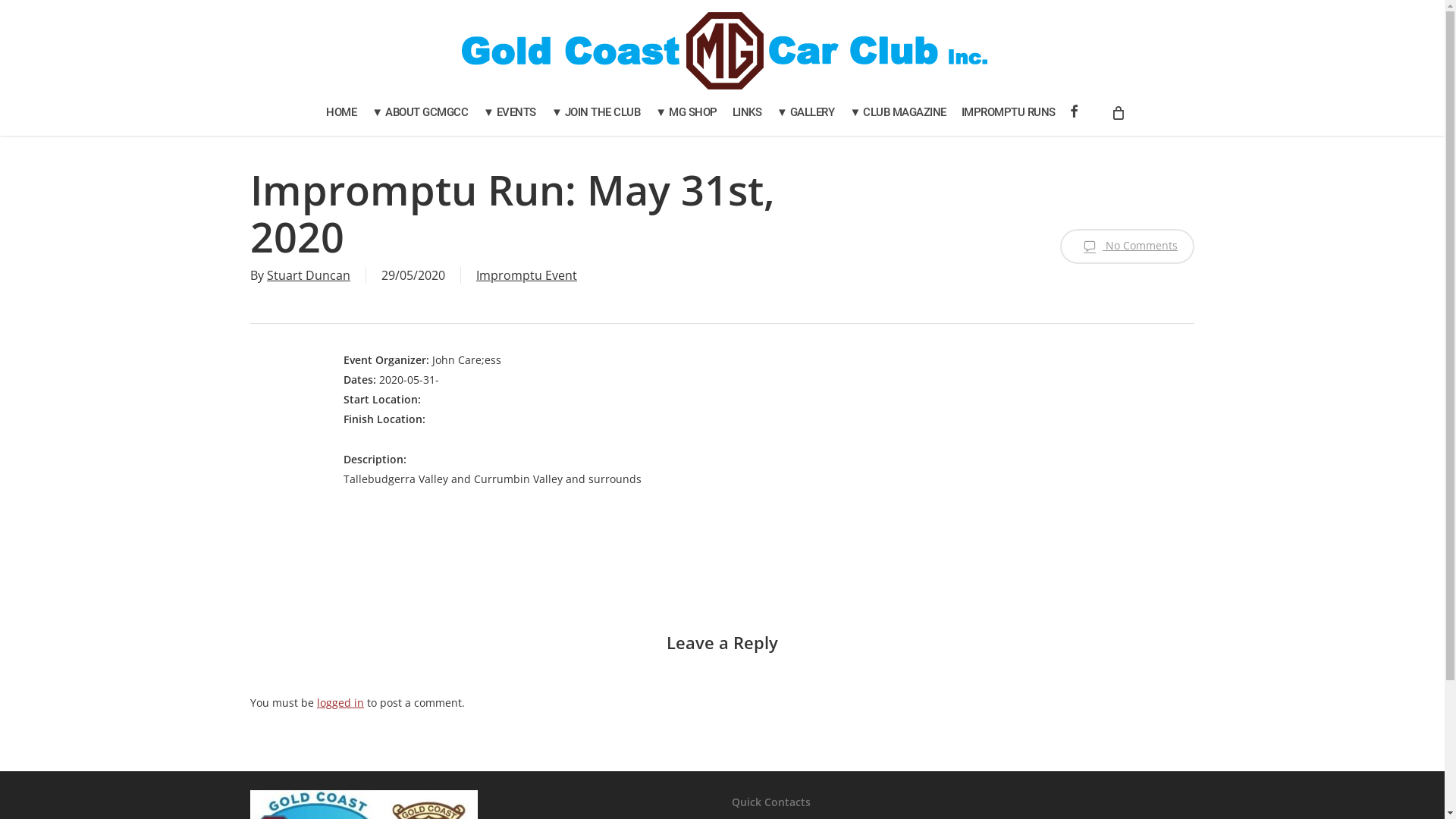  What do you see at coordinates (340, 702) in the screenshot?
I see `'logged in'` at bounding box center [340, 702].